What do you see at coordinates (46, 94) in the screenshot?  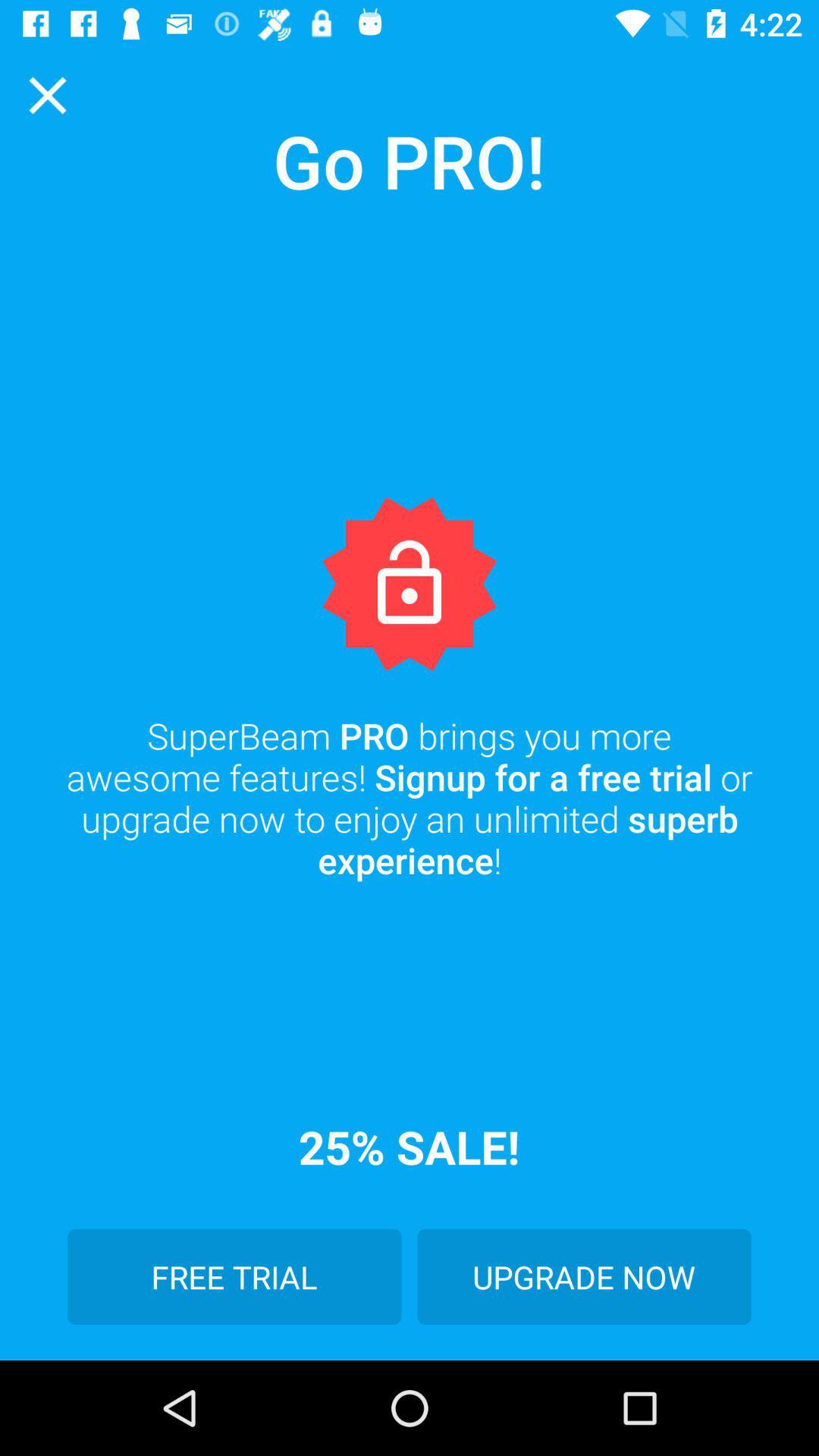 I see `current window` at bounding box center [46, 94].